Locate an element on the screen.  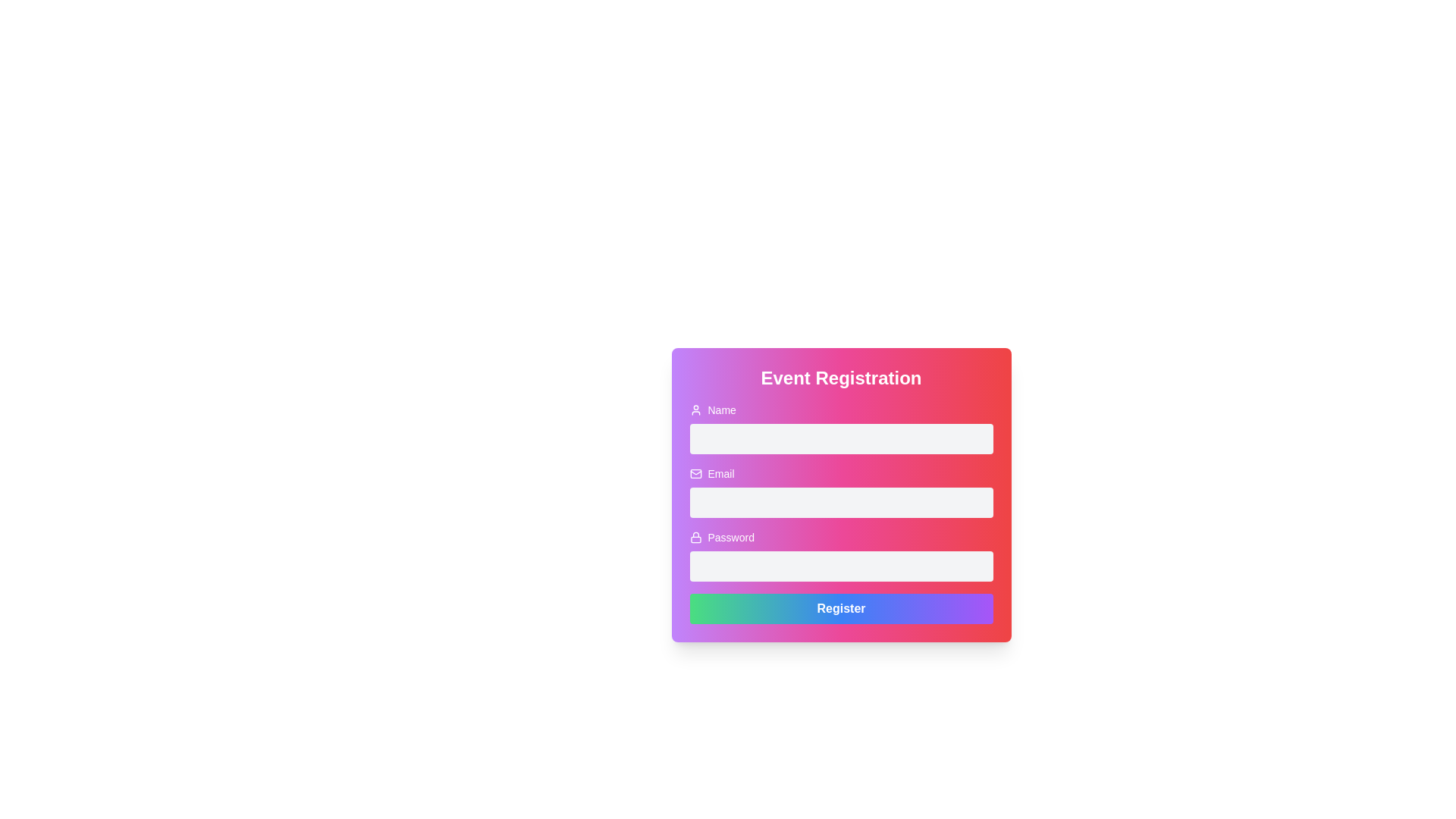
the minimalist lock icon located to the left of the 'Password' text label in the form is located at coordinates (695, 537).